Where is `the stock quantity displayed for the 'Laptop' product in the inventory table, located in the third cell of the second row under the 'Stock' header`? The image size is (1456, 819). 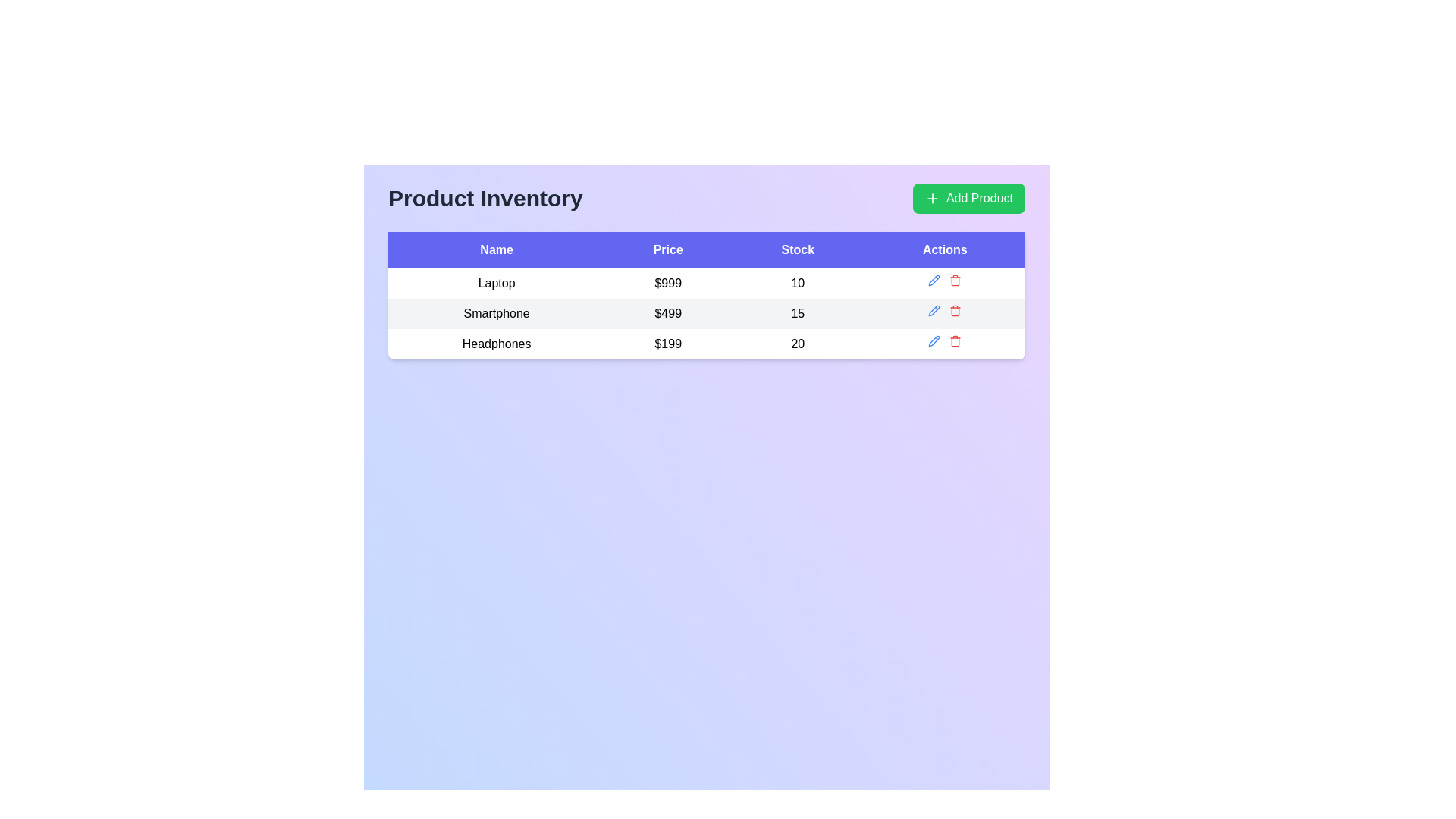 the stock quantity displayed for the 'Laptop' product in the inventory table, located in the third cell of the second row under the 'Stock' header is located at coordinates (797, 284).